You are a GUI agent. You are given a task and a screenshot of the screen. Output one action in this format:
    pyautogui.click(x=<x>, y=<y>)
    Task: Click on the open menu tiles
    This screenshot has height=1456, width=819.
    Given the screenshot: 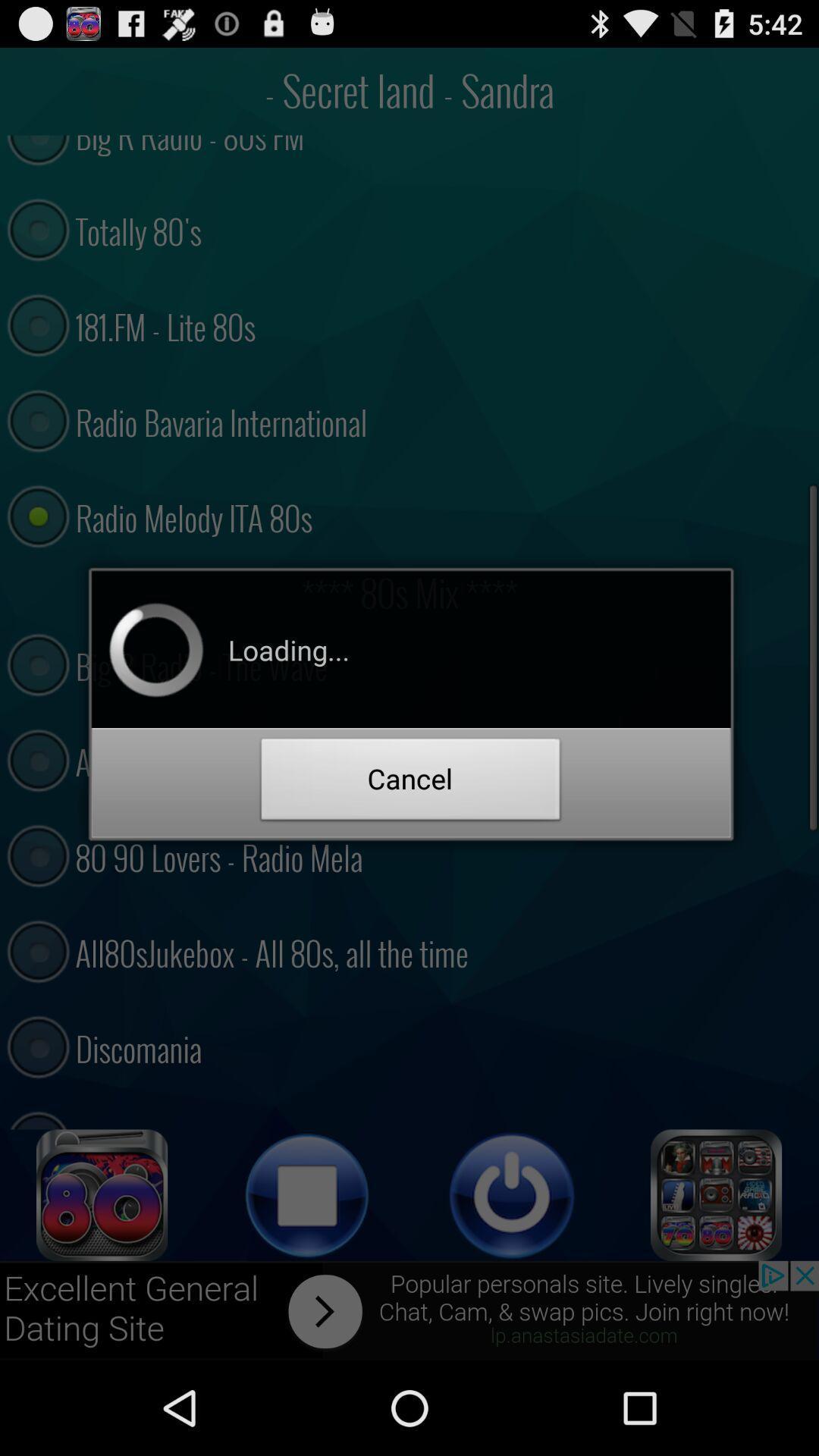 What is the action you would take?
    pyautogui.click(x=717, y=1194)
    